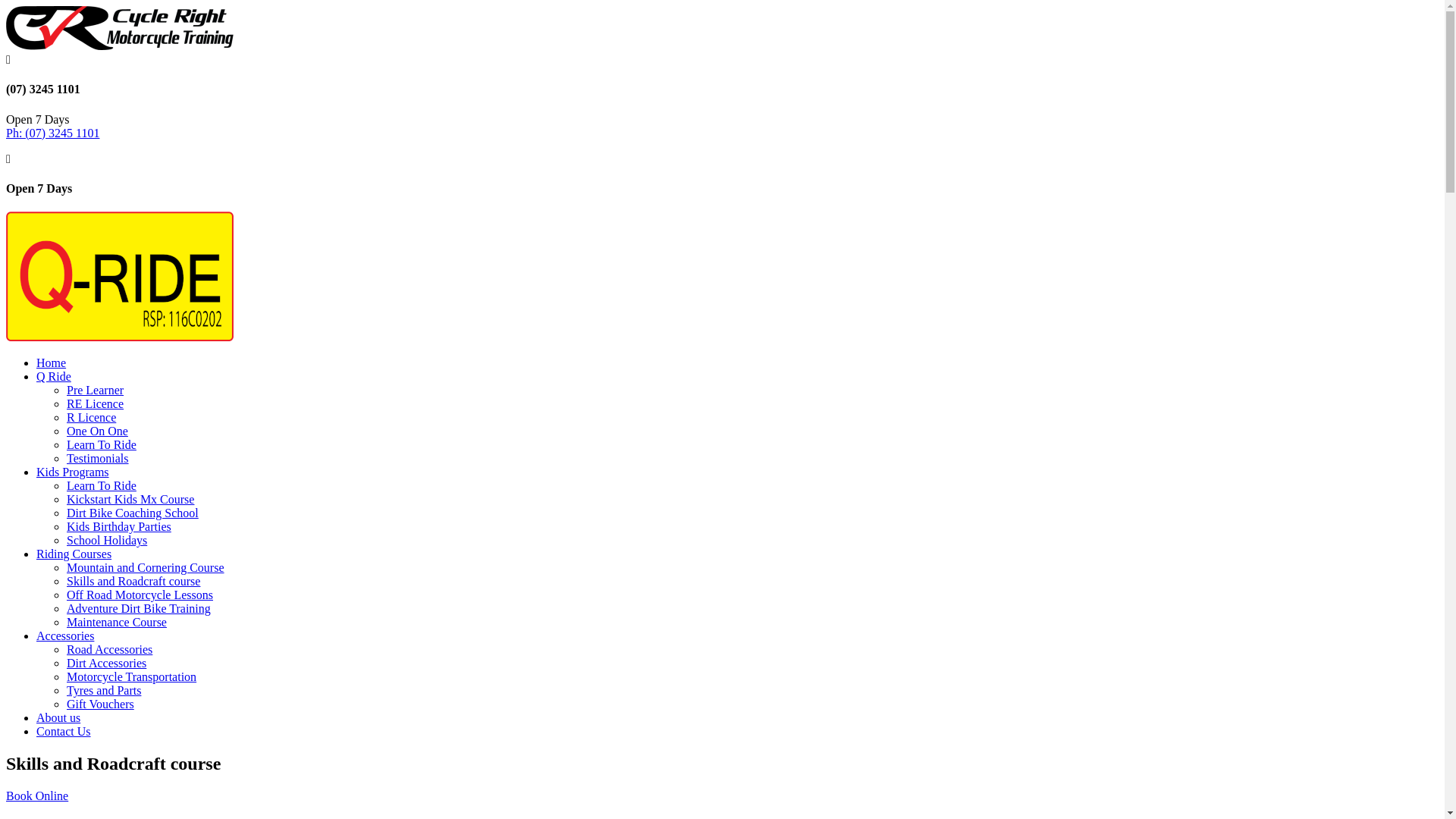  What do you see at coordinates (99, 704) in the screenshot?
I see `'Gift Vouchers'` at bounding box center [99, 704].